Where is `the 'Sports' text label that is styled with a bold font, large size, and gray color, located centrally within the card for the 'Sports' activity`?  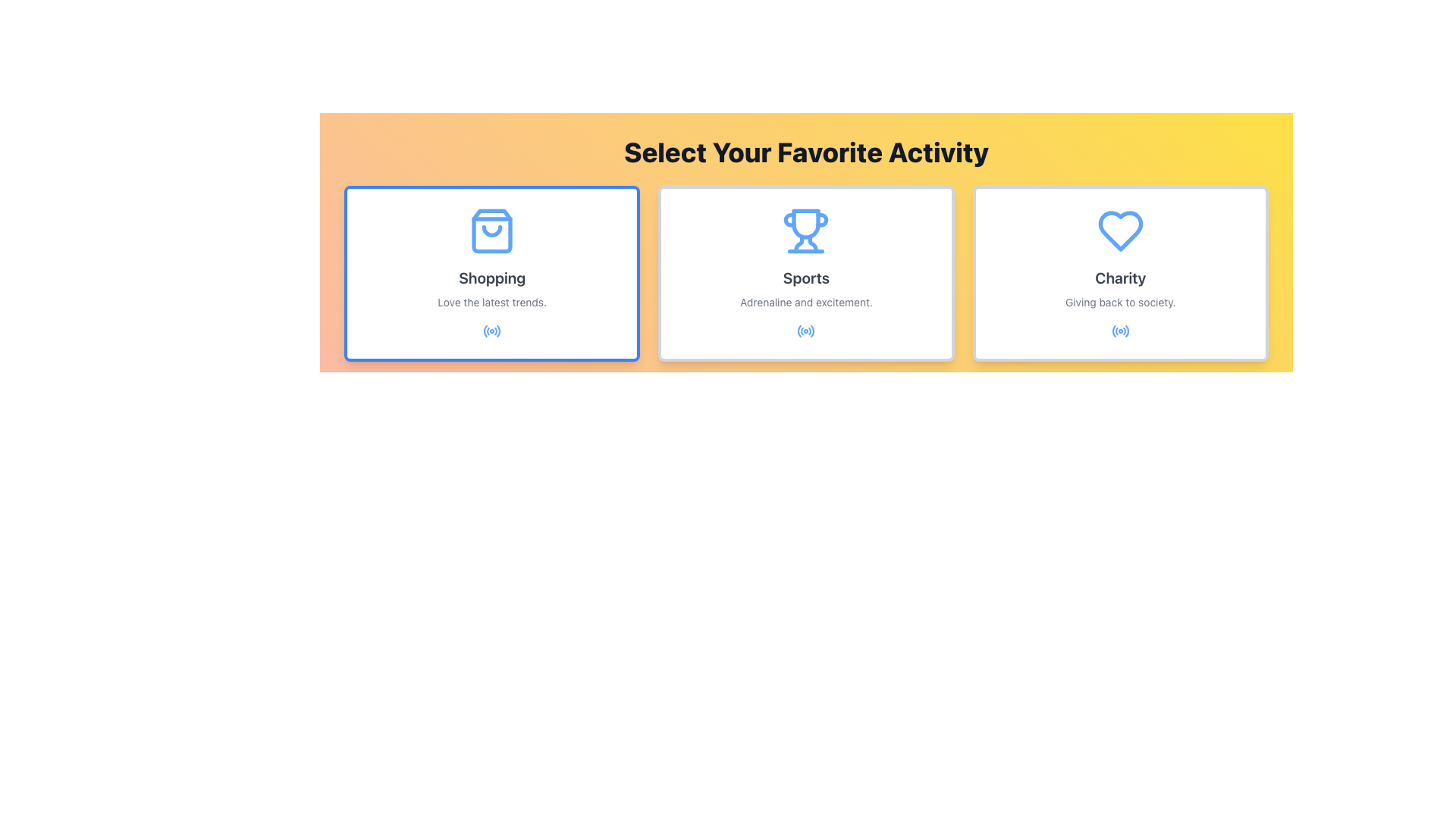
the 'Sports' text label that is styled with a bold font, large size, and gray color, located centrally within the card for the 'Sports' activity is located at coordinates (805, 278).